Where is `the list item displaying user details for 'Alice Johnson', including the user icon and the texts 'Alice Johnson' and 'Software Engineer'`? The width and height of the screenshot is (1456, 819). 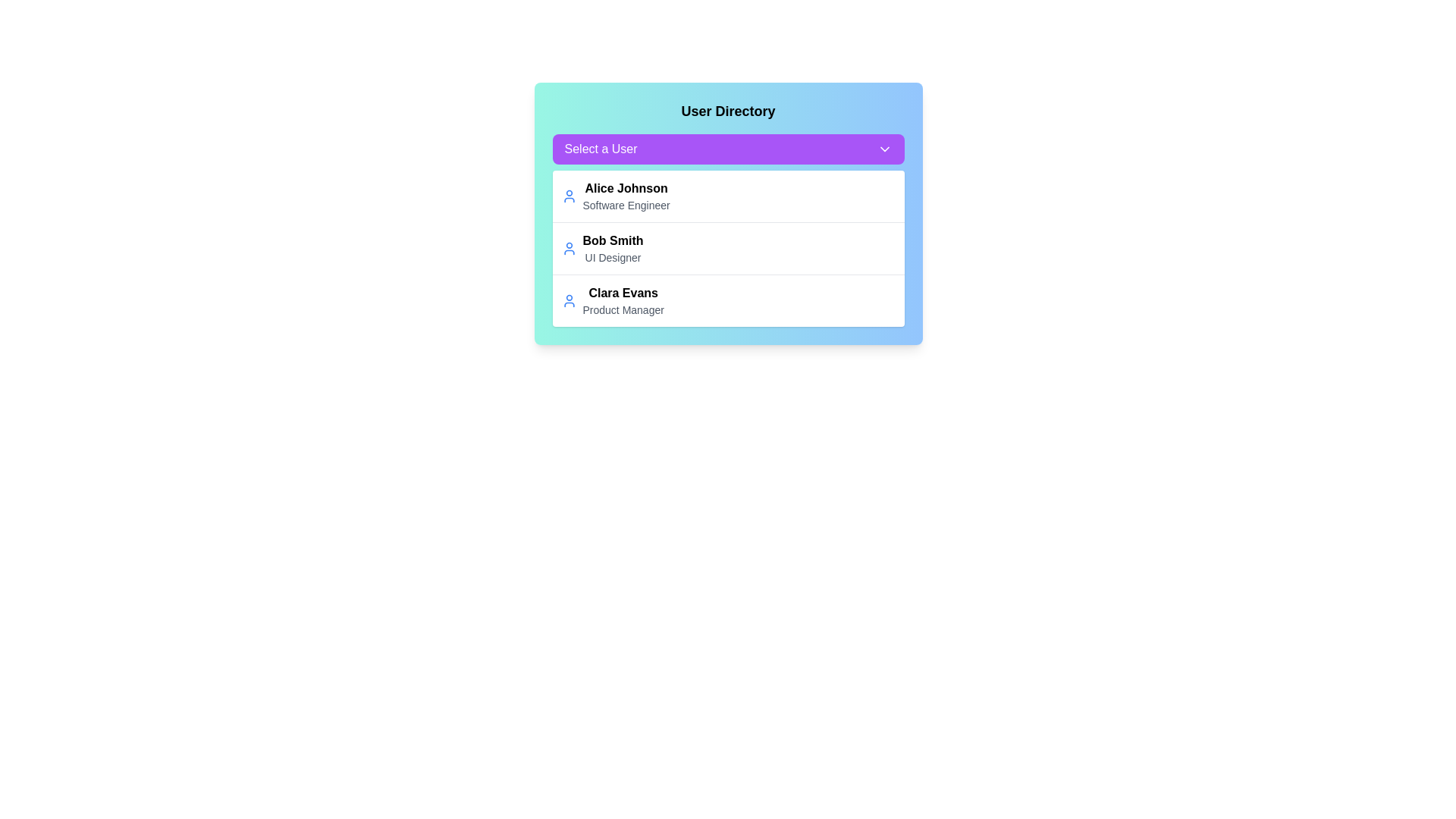 the list item displaying user details for 'Alice Johnson', including the user icon and the texts 'Alice Johnson' and 'Software Engineer' is located at coordinates (616, 195).